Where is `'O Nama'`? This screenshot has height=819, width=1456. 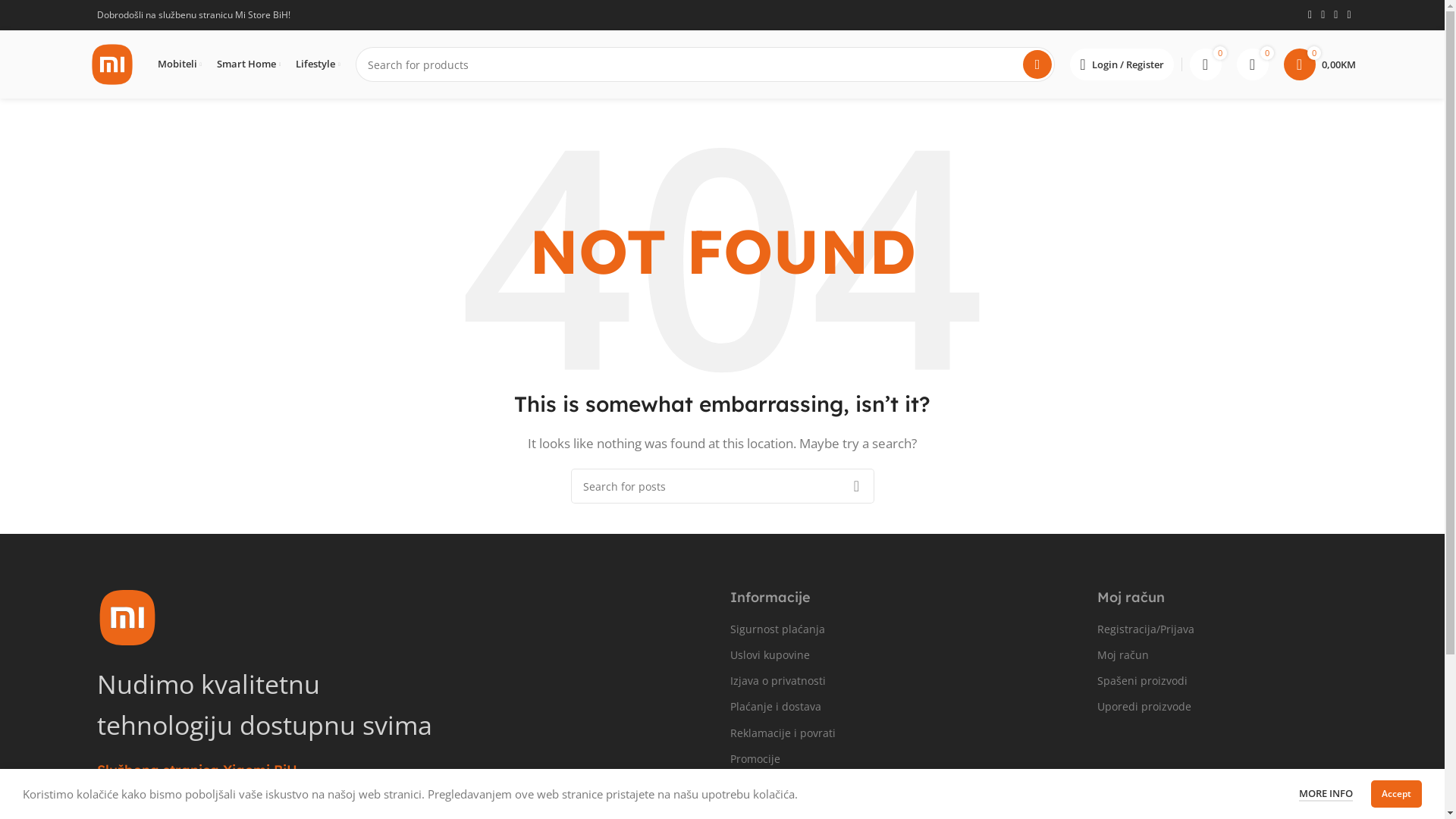 'O Nama' is located at coordinates (729, 784).